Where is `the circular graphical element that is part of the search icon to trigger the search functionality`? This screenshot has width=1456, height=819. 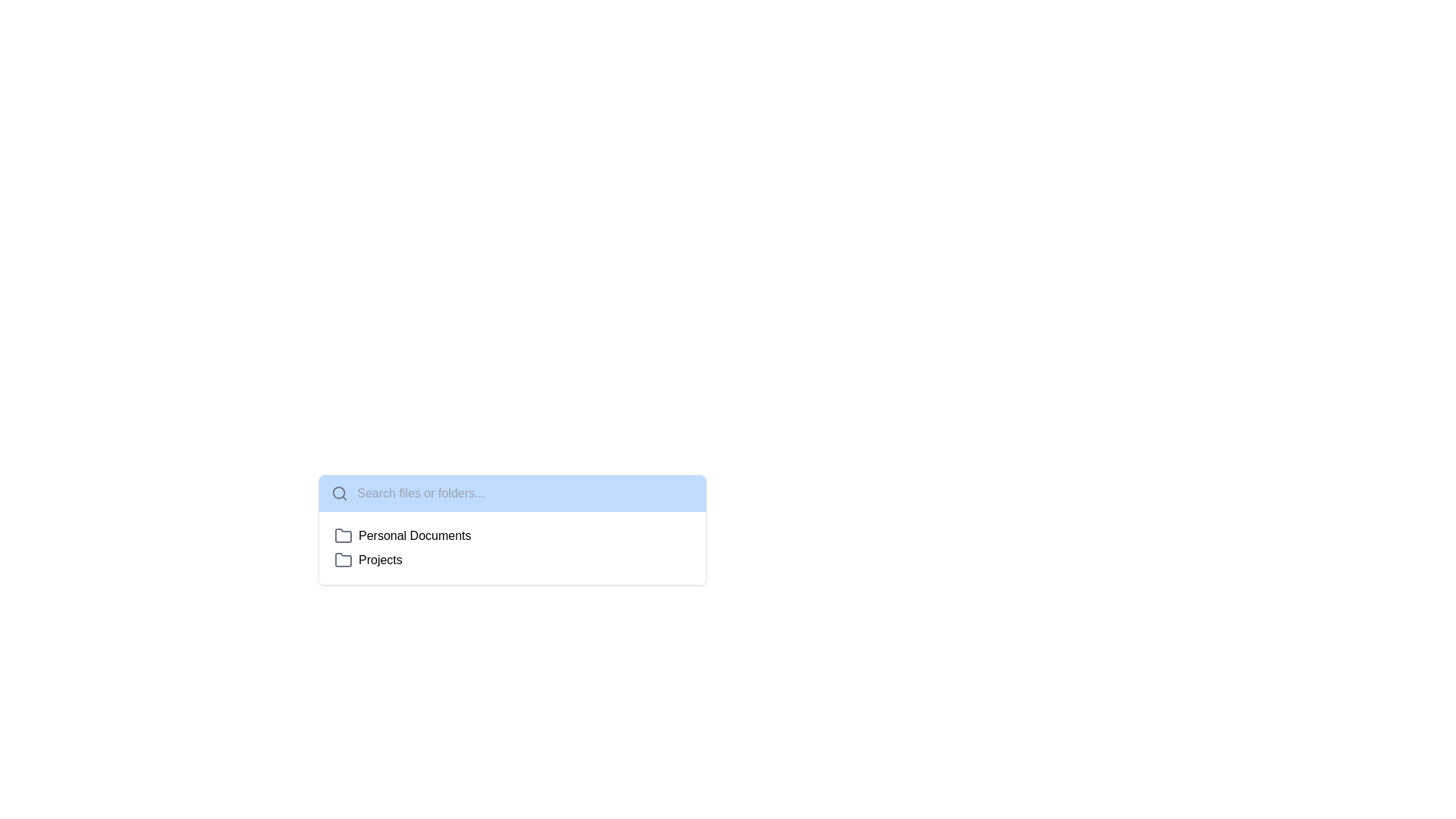
the circular graphical element that is part of the search icon to trigger the search functionality is located at coordinates (337, 493).